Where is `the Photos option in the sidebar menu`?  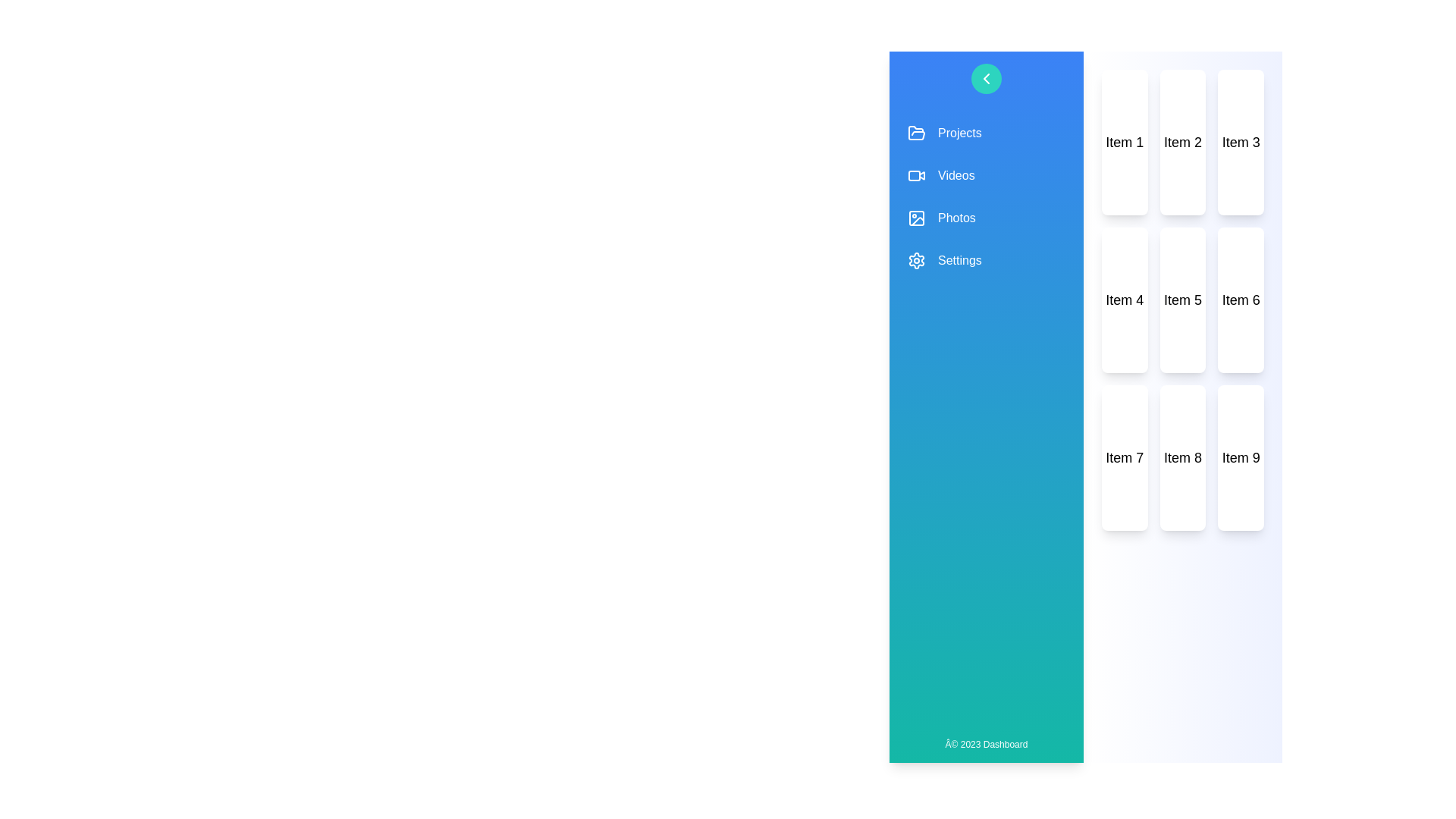
the Photos option in the sidebar menu is located at coordinates (986, 218).